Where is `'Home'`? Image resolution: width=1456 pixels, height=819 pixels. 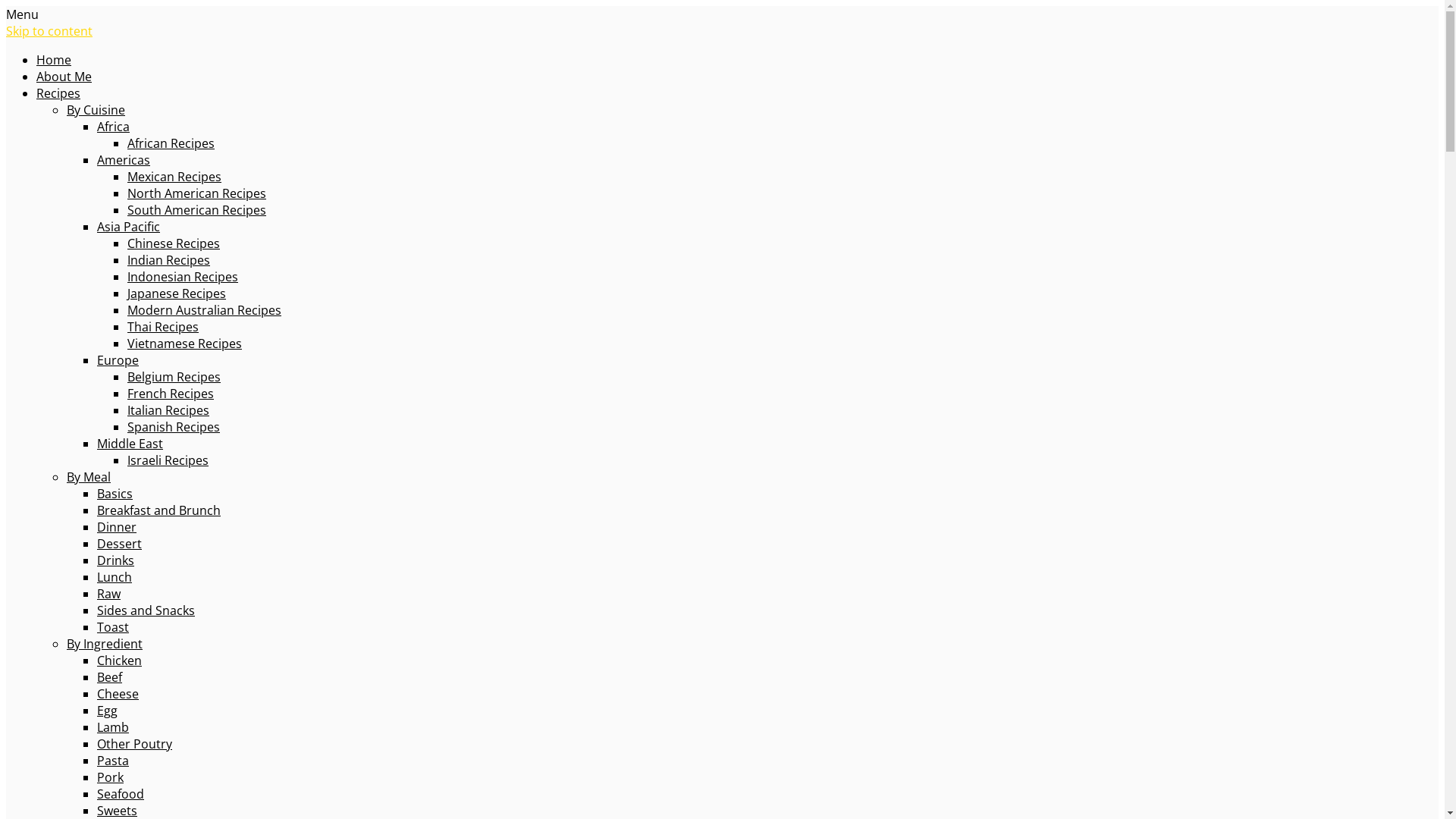
'Home' is located at coordinates (54, 58).